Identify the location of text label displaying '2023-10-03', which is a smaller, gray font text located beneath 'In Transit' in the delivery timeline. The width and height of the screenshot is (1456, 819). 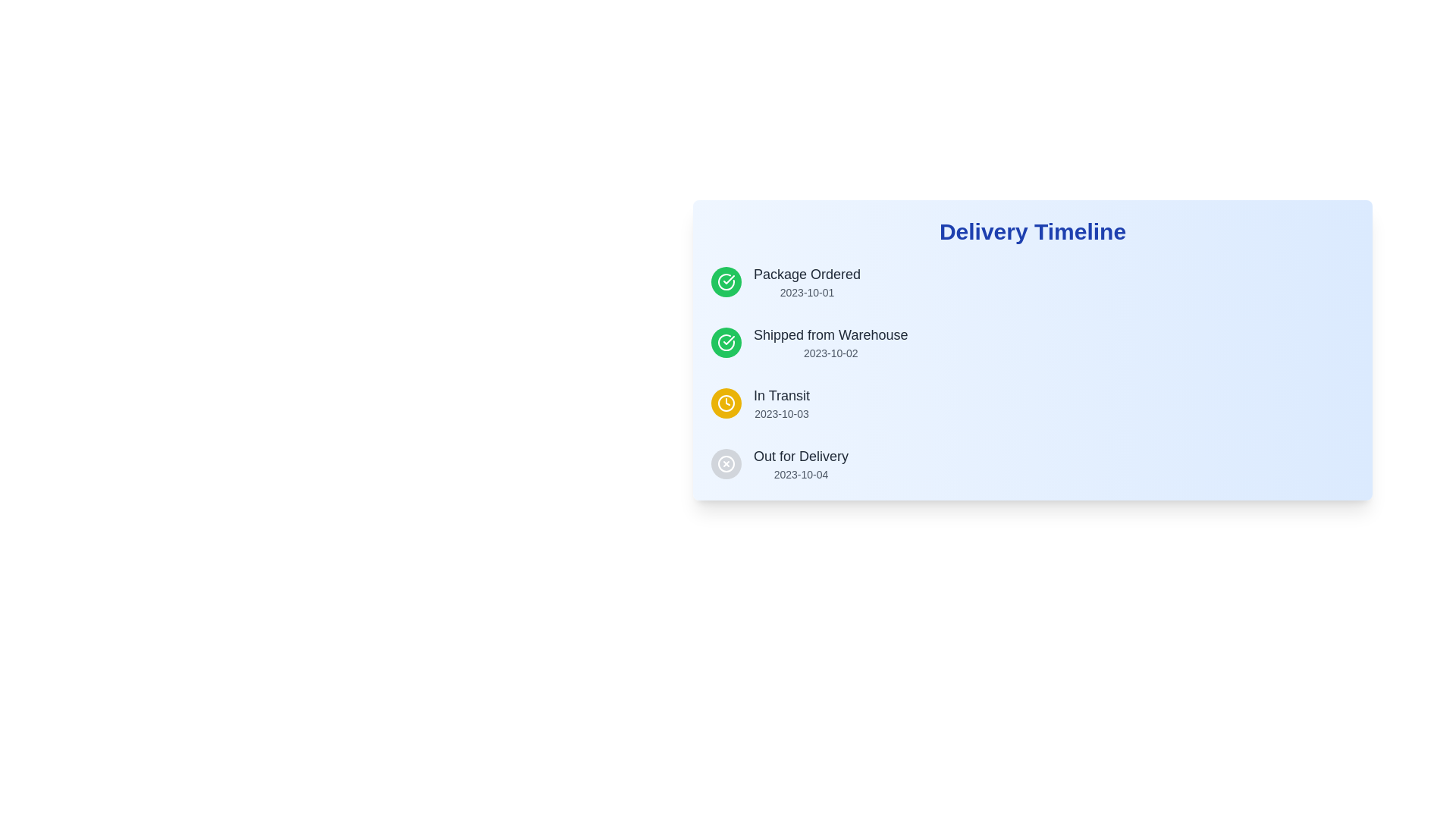
(782, 414).